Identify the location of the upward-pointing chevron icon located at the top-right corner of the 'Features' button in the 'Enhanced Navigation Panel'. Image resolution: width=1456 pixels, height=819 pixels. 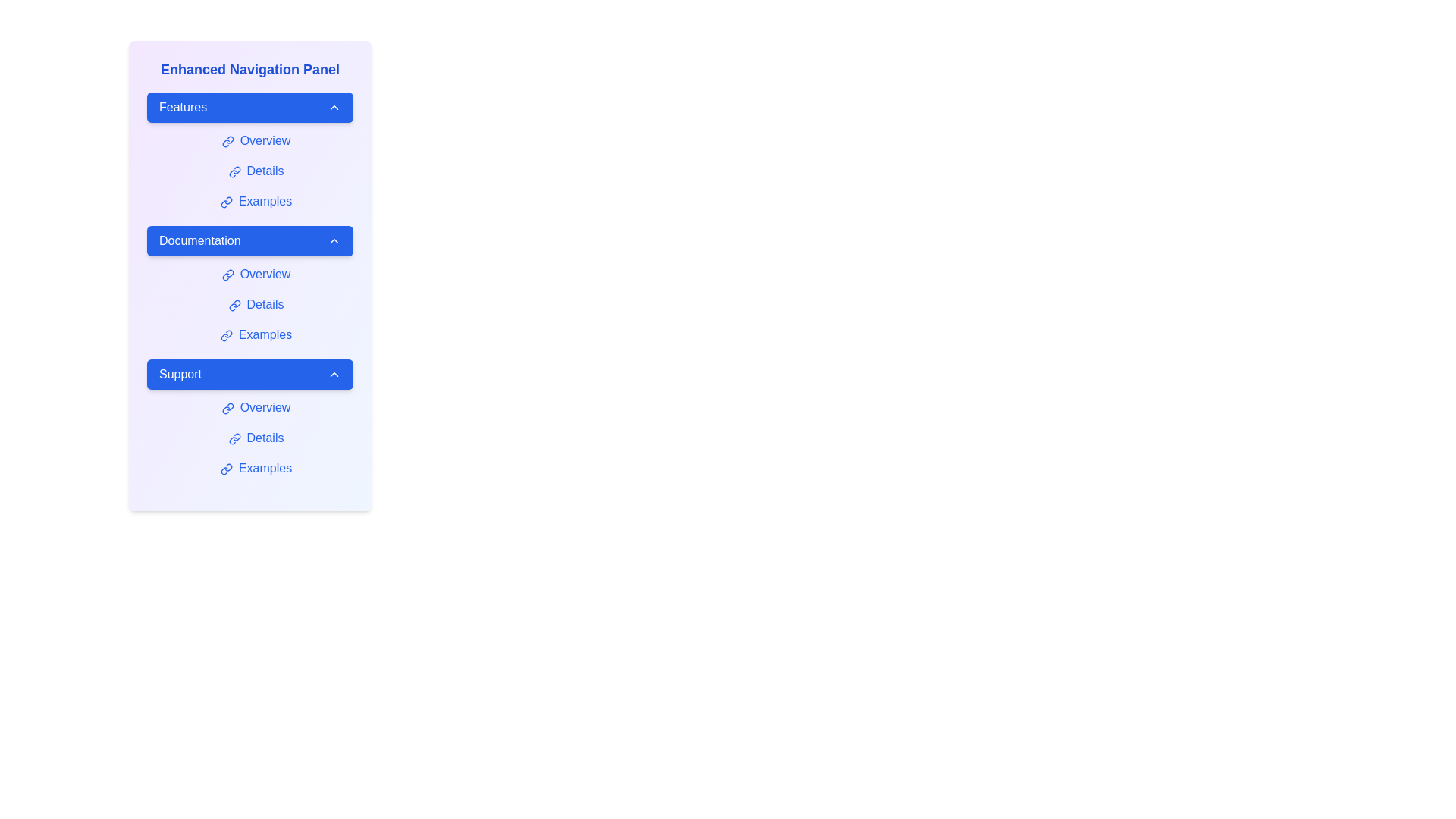
(334, 107).